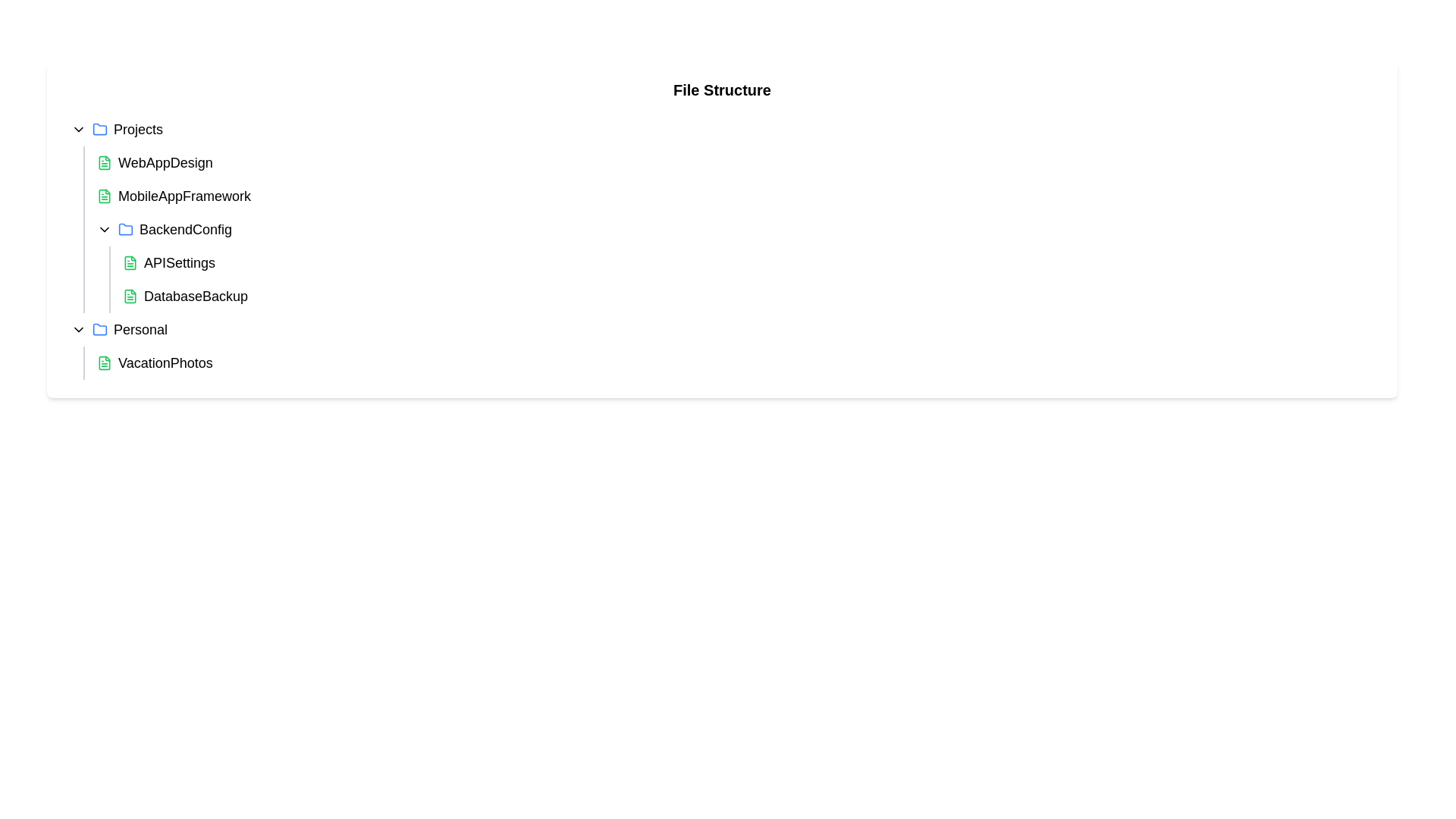  What do you see at coordinates (99, 128) in the screenshot?
I see `the blue folder icon located immediately to the right of the 'Projects' label in the top section of the hierarchical list interface to highlight it` at bounding box center [99, 128].